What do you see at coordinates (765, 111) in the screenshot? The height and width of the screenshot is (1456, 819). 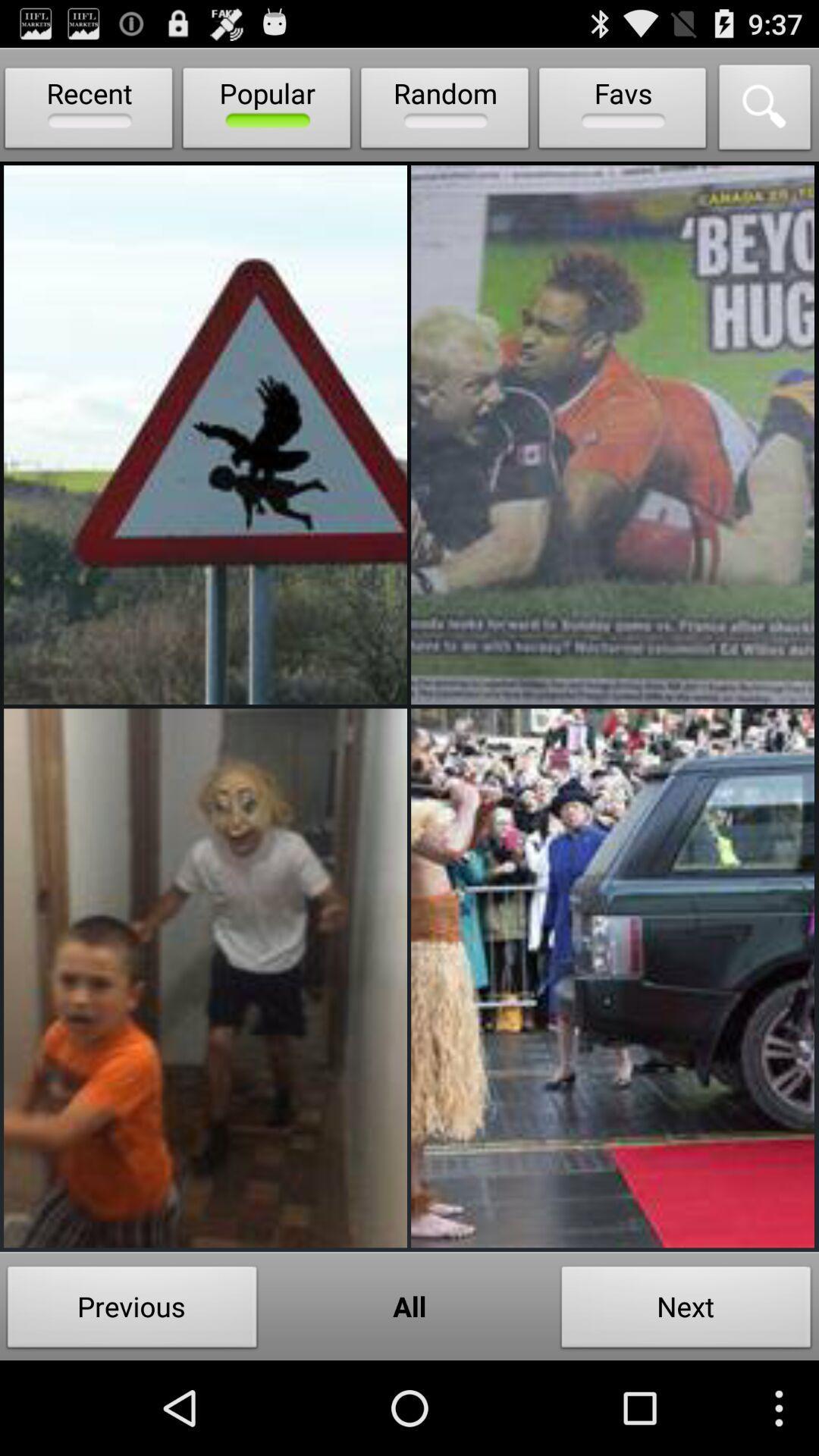 I see `research terms` at bounding box center [765, 111].